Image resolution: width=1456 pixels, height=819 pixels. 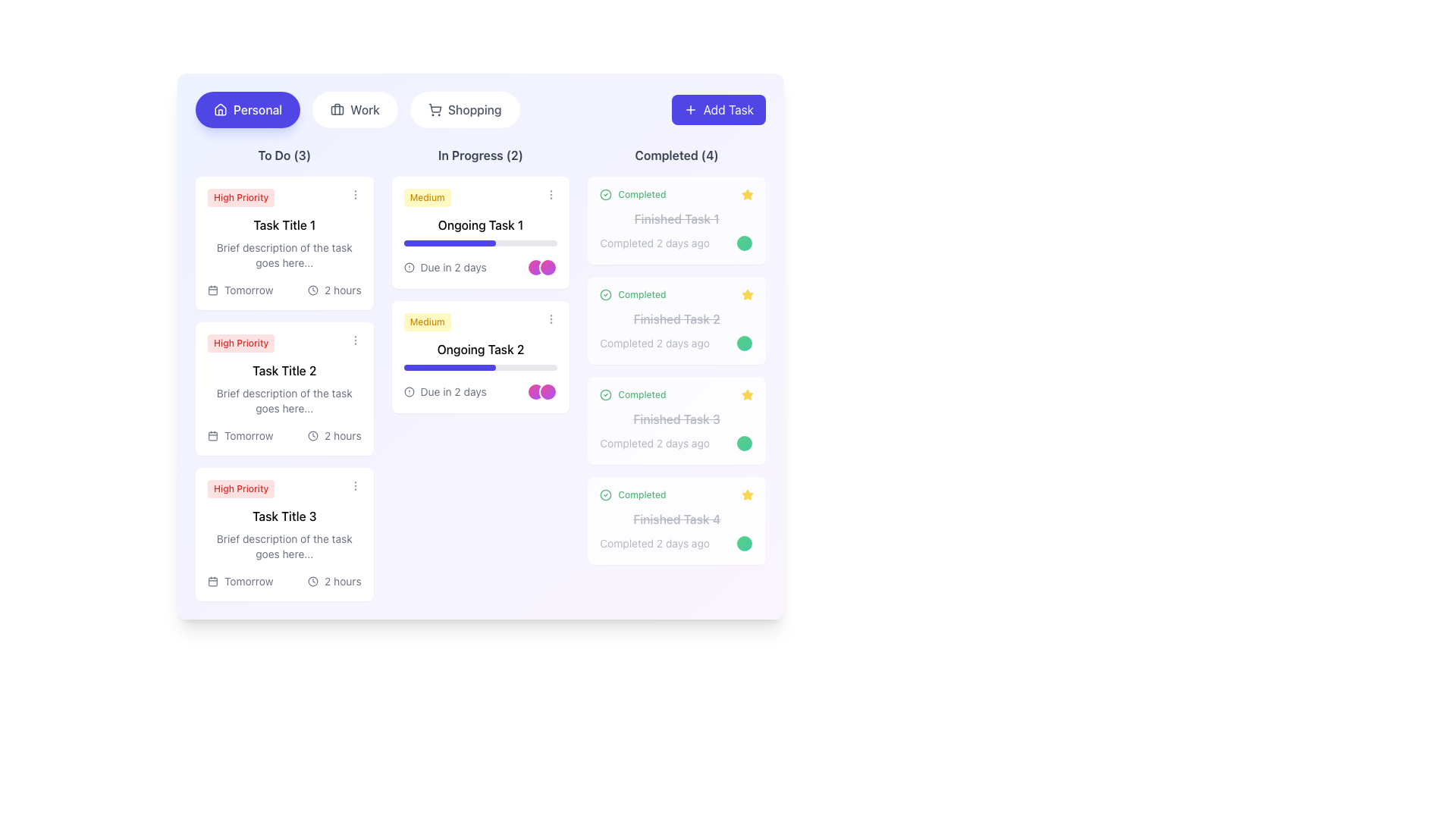 What do you see at coordinates (342, 435) in the screenshot?
I see `the time estimate label indicating a 2-hour completion time, located in the bottom-right corner of the card labeled 'Task Title 2' in the 'To Do' column, immediately right of the clock icon` at bounding box center [342, 435].